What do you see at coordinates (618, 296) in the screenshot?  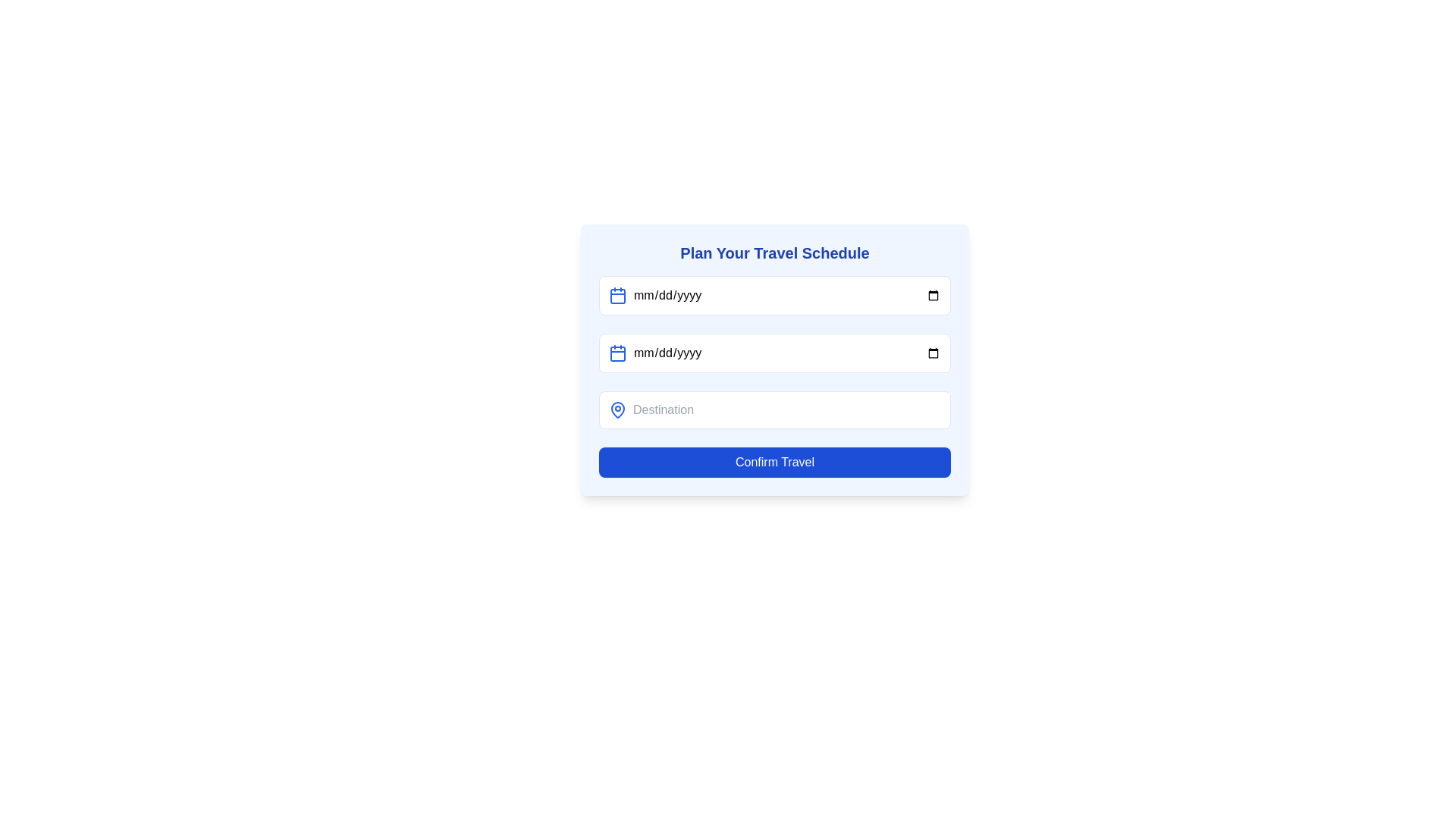 I see `the calendar icon with a blue outline, located to the left of the first input field in the form` at bounding box center [618, 296].